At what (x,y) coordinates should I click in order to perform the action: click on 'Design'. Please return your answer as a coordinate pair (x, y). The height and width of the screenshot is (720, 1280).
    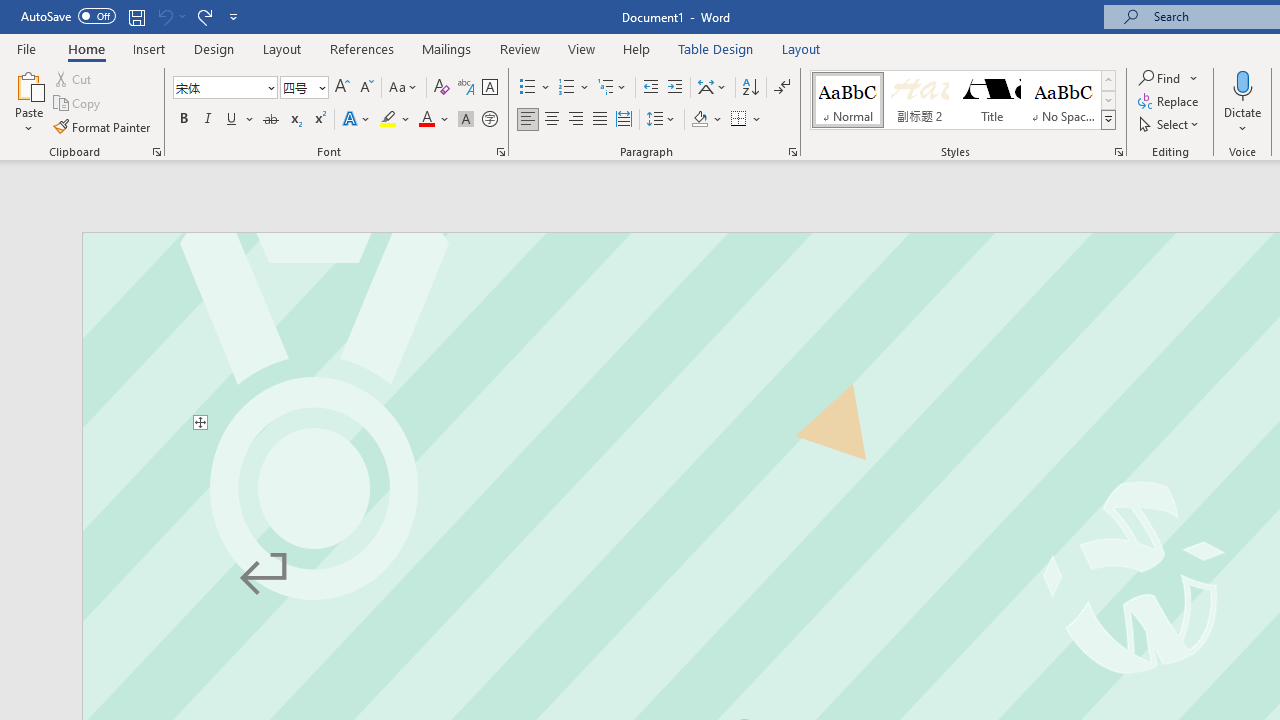
    Looking at the image, I should click on (214, 48).